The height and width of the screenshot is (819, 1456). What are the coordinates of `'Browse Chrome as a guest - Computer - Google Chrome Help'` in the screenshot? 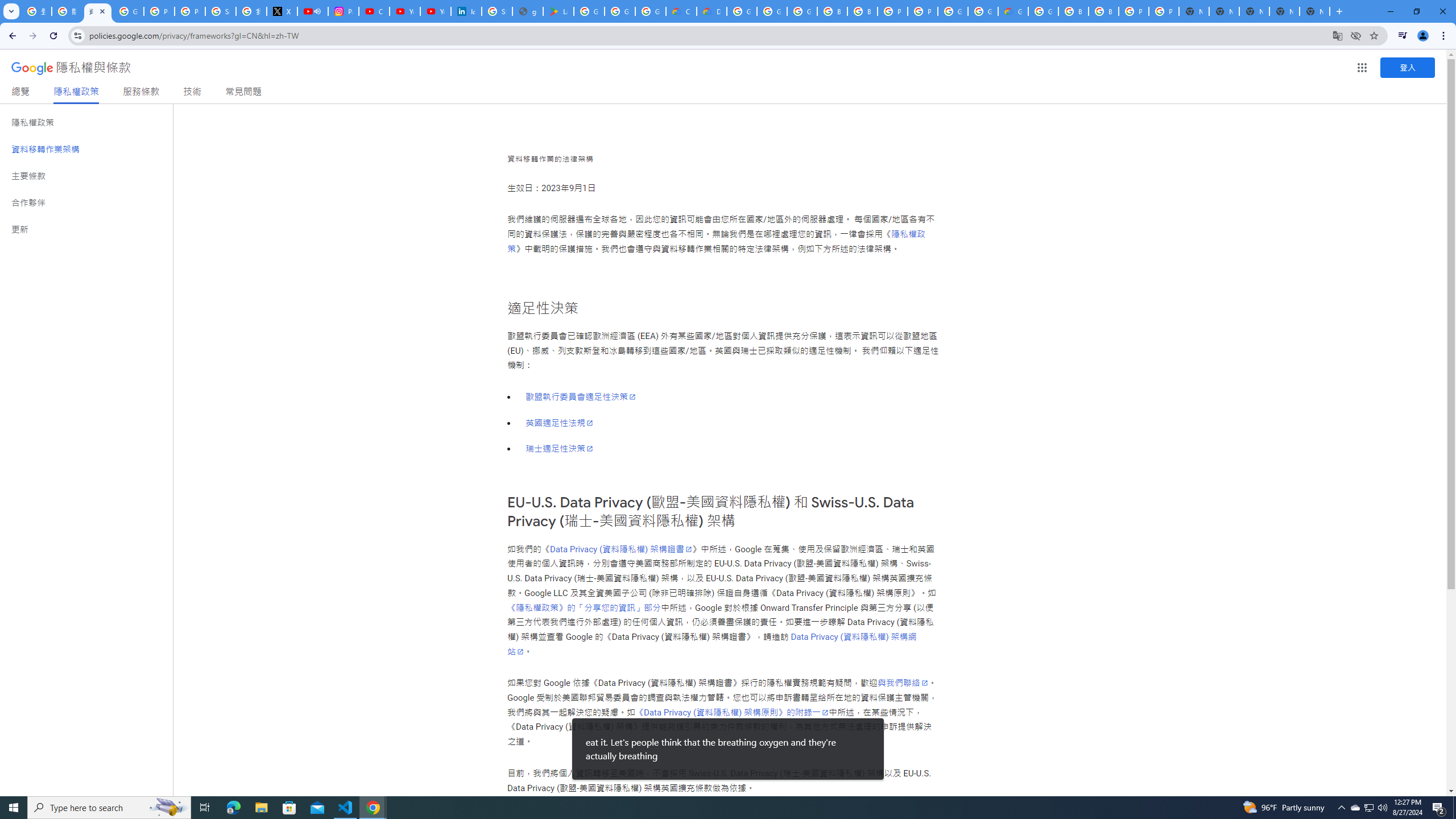 It's located at (832, 11).